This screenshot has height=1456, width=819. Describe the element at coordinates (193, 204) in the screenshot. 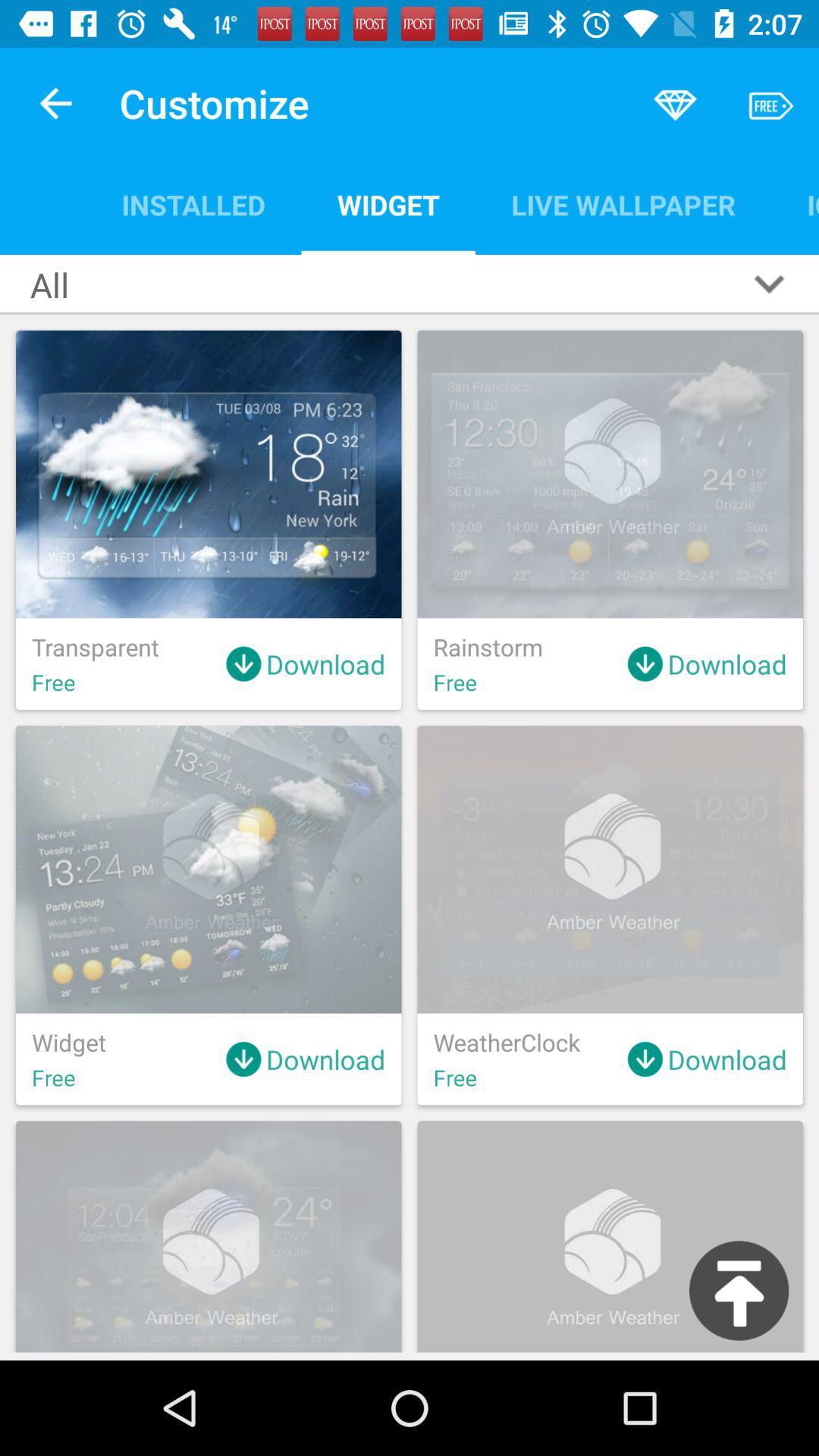

I see `icon next to the all item` at that location.